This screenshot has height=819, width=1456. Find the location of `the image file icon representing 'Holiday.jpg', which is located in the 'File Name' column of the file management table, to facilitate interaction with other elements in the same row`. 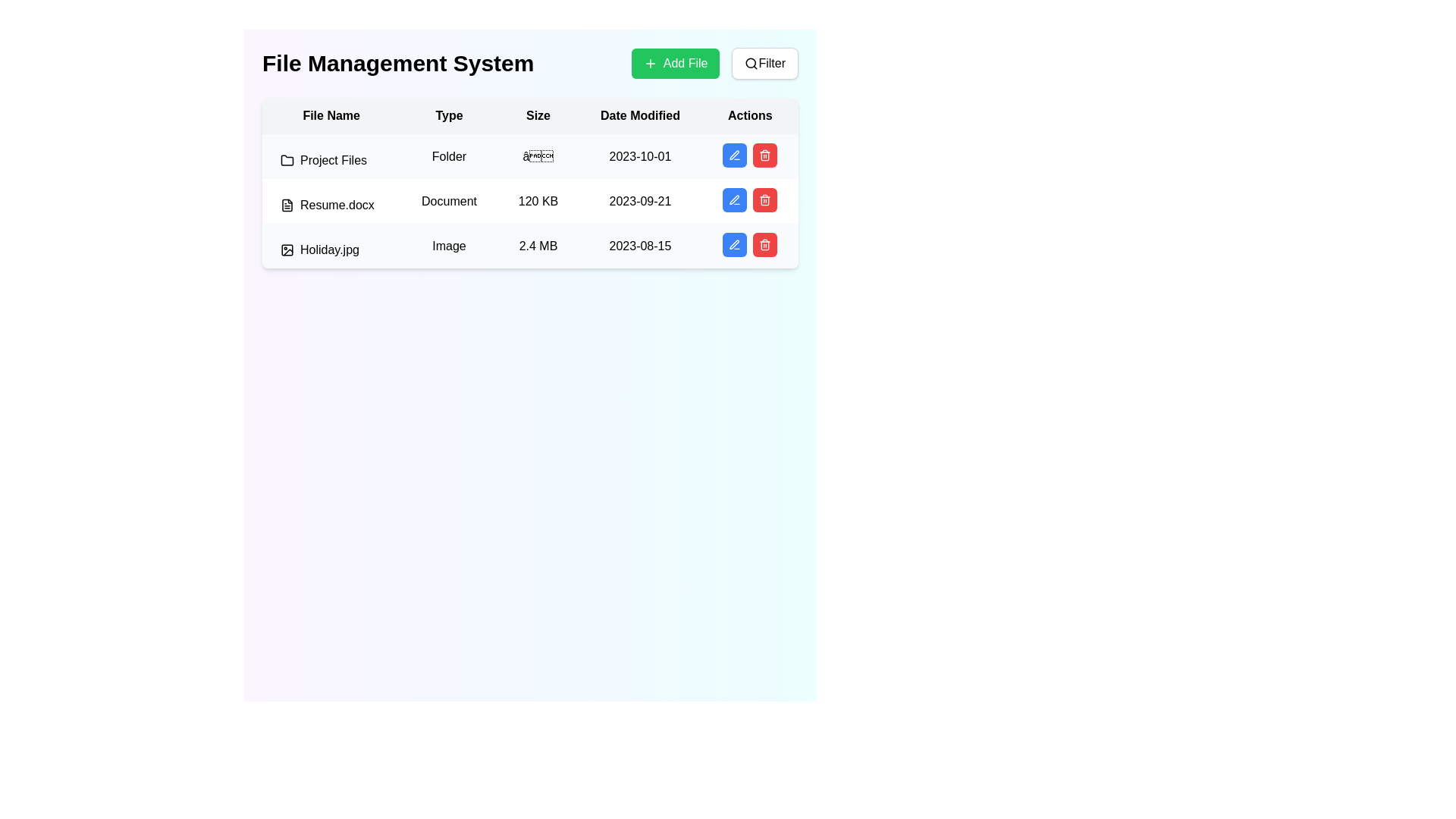

the image file icon representing 'Holiday.jpg', which is located in the 'File Name' column of the file management table, to facilitate interaction with other elements in the same row is located at coordinates (287, 249).